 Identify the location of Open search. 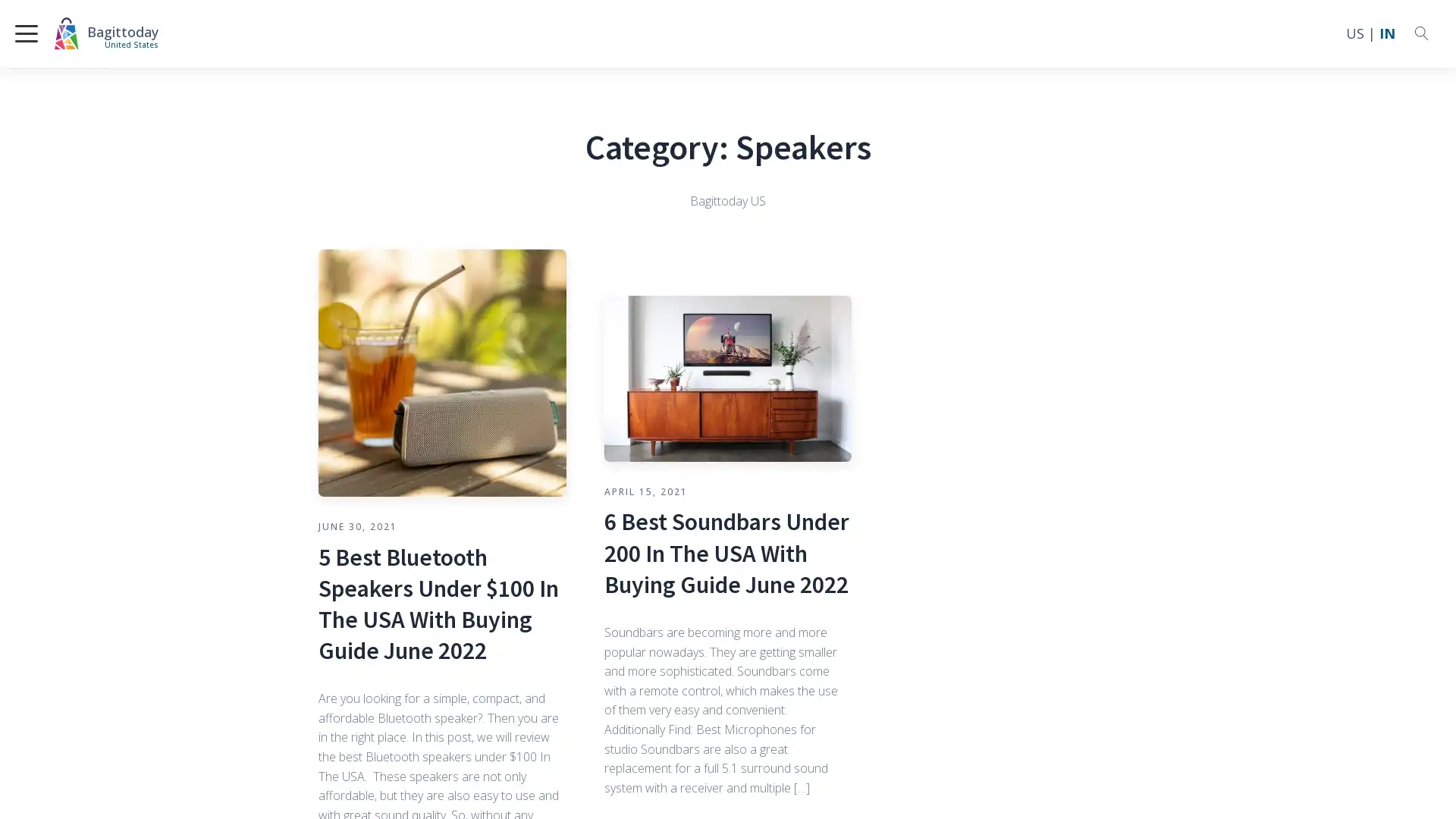
(1421, 33).